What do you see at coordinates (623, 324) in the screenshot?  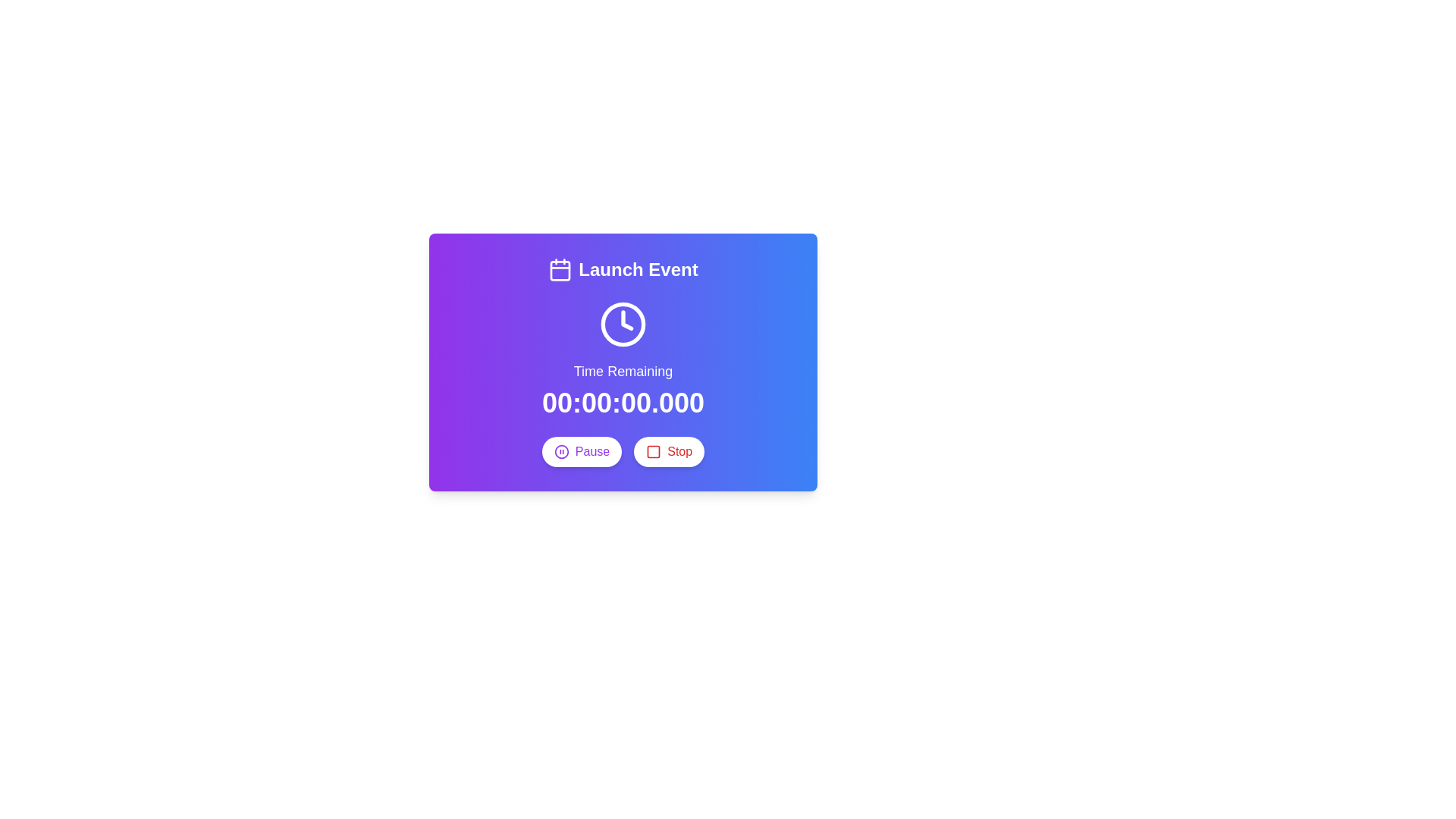 I see `the circular clock icon with a prominent hour and minute hand, which is centrally located below the 'Launch Event' title and above the timer display` at bounding box center [623, 324].